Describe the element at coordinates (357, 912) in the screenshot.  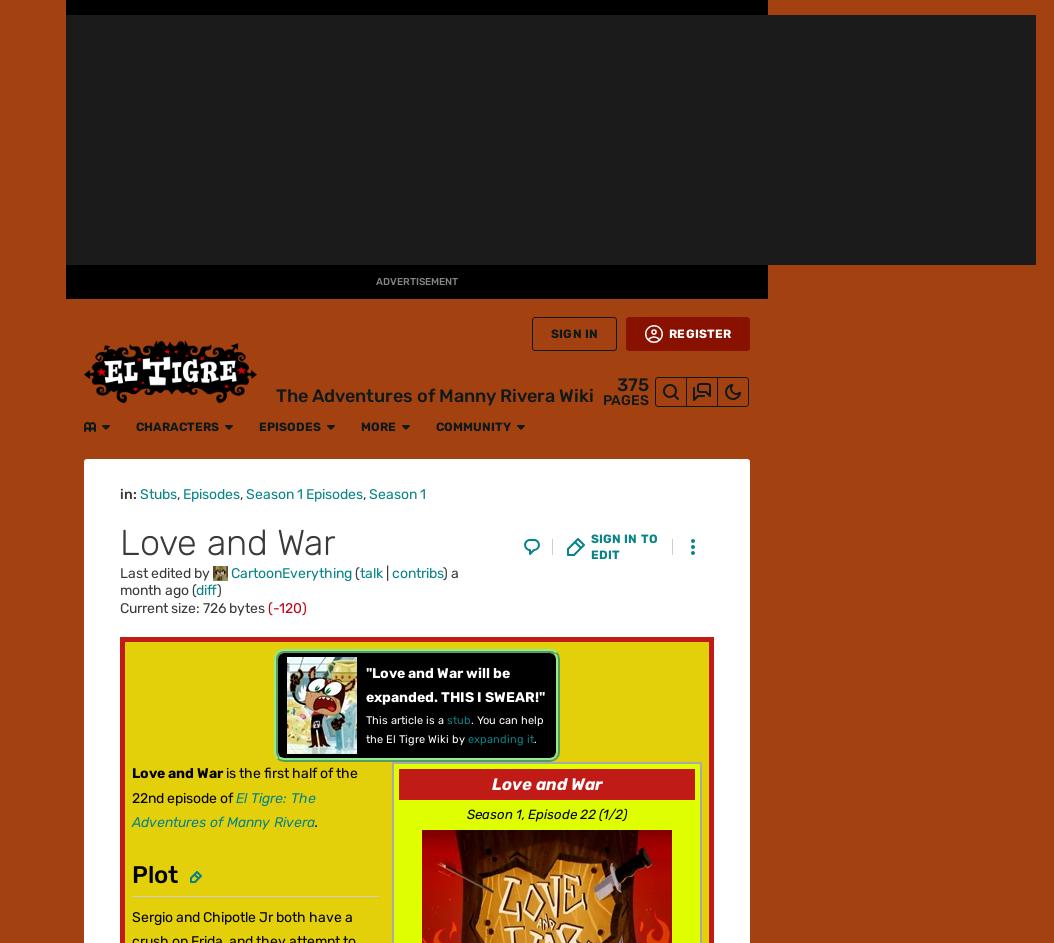
I see `'Terms of Use'` at that location.